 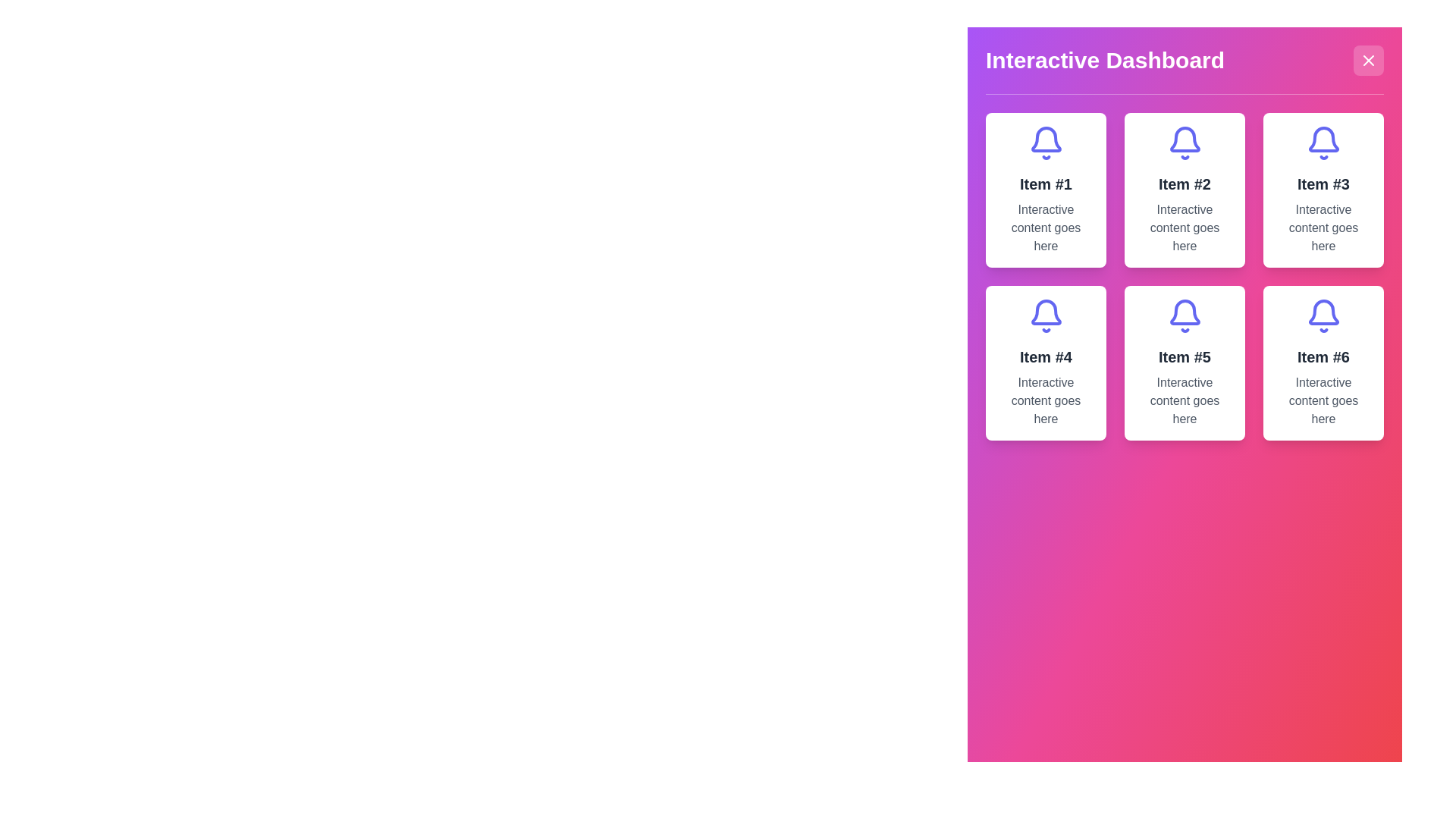 I want to click on the close button located at the top-right corner of the 'Interactive Dashboard' panel, so click(x=1368, y=60).